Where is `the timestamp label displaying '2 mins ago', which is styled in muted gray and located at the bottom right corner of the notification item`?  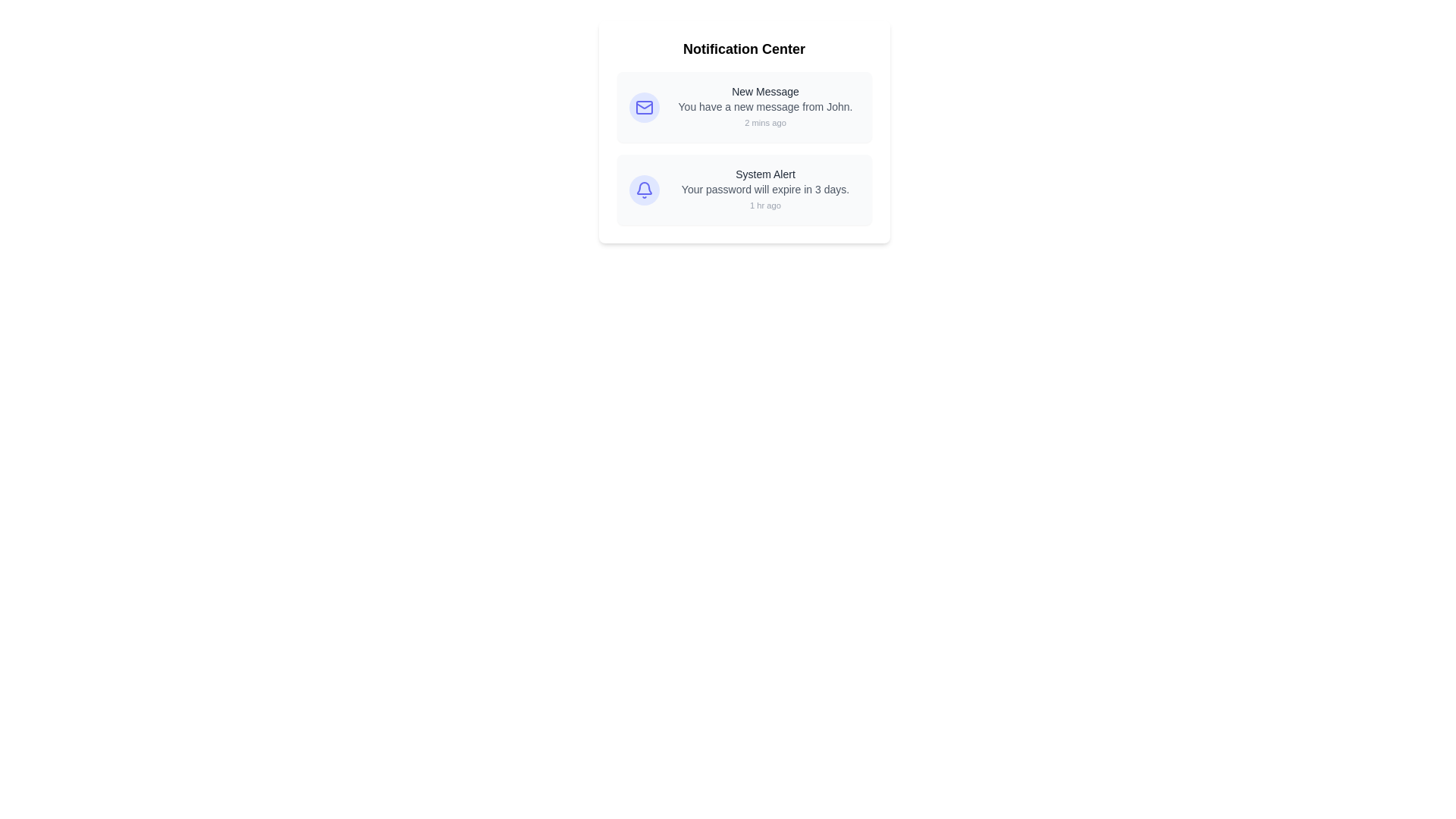
the timestamp label displaying '2 mins ago', which is styled in muted gray and located at the bottom right corner of the notification item is located at coordinates (765, 122).